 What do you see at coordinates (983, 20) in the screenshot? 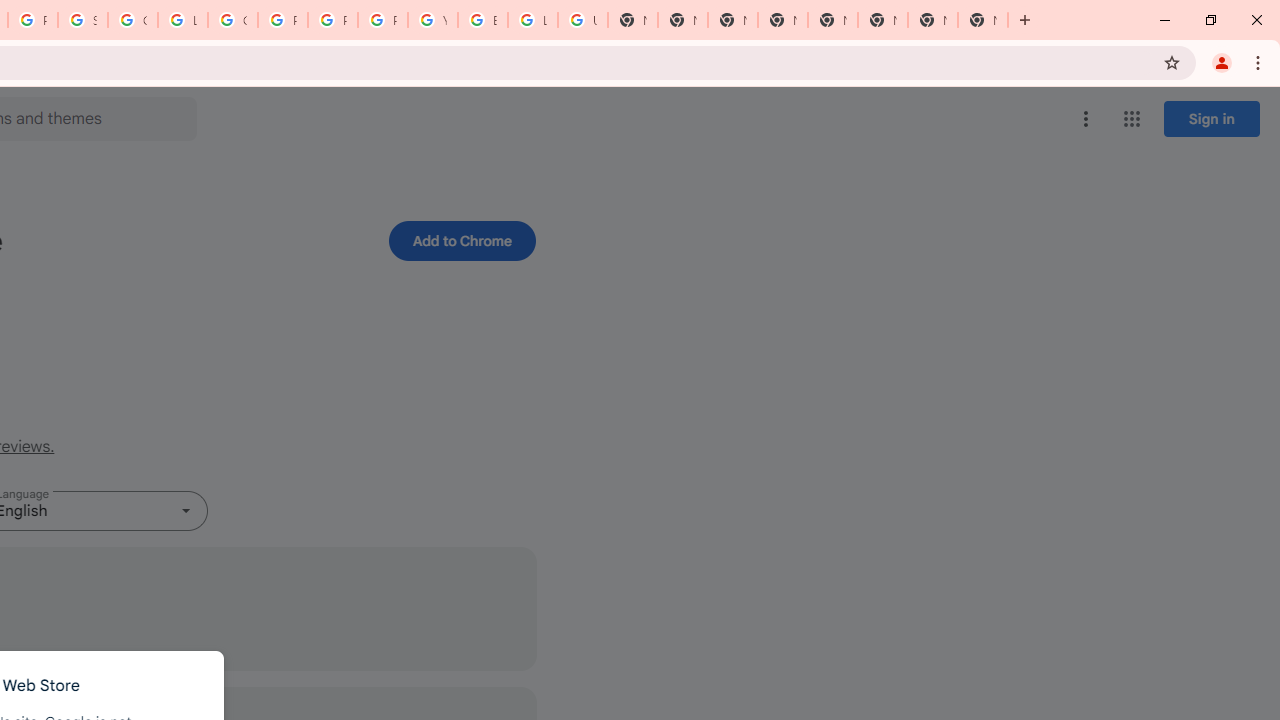
I see `'New Tab'` at bounding box center [983, 20].